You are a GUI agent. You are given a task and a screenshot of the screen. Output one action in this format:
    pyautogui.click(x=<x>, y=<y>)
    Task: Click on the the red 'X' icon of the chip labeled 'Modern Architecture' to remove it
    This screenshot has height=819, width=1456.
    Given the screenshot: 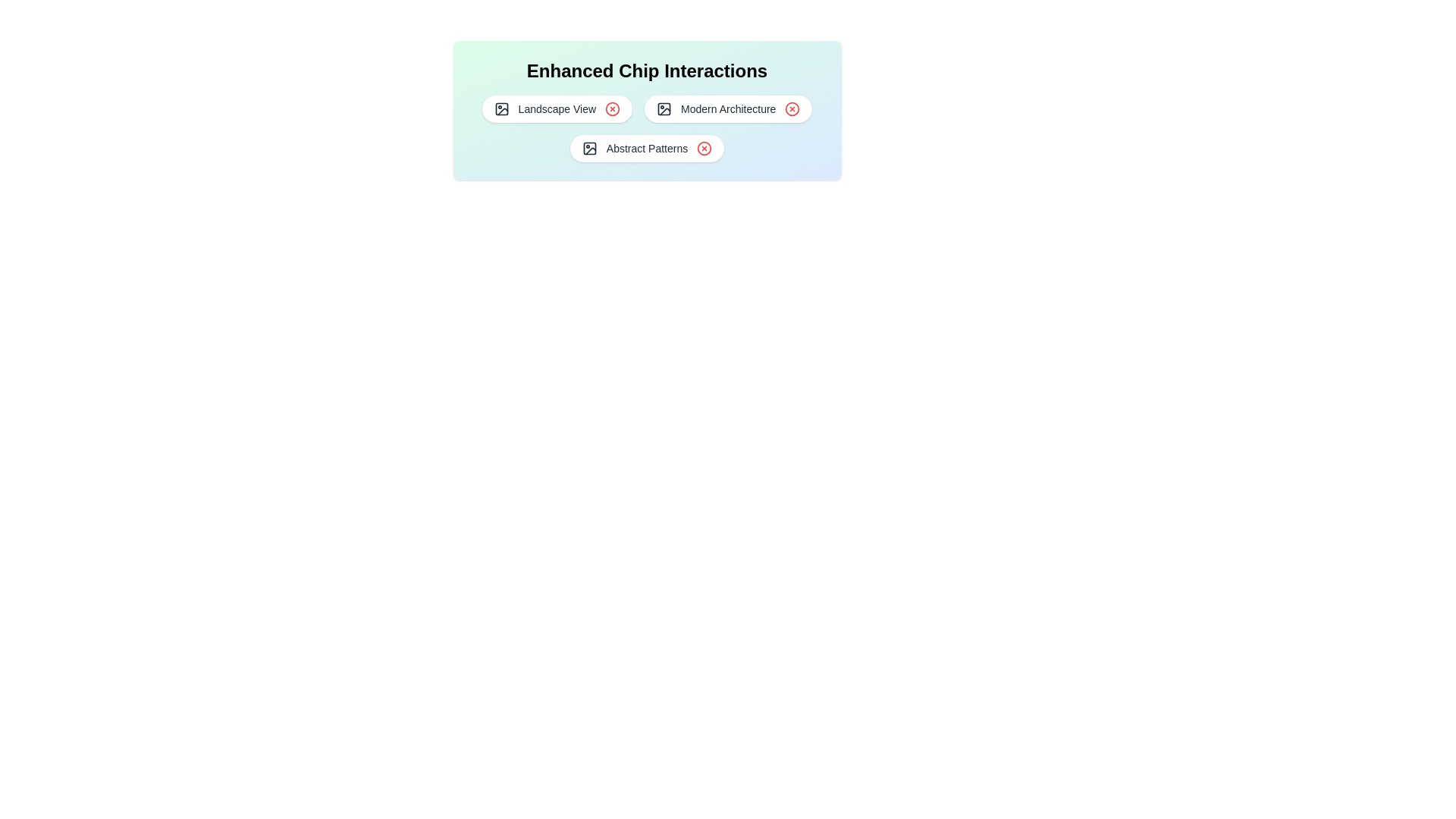 What is the action you would take?
    pyautogui.click(x=792, y=108)
    